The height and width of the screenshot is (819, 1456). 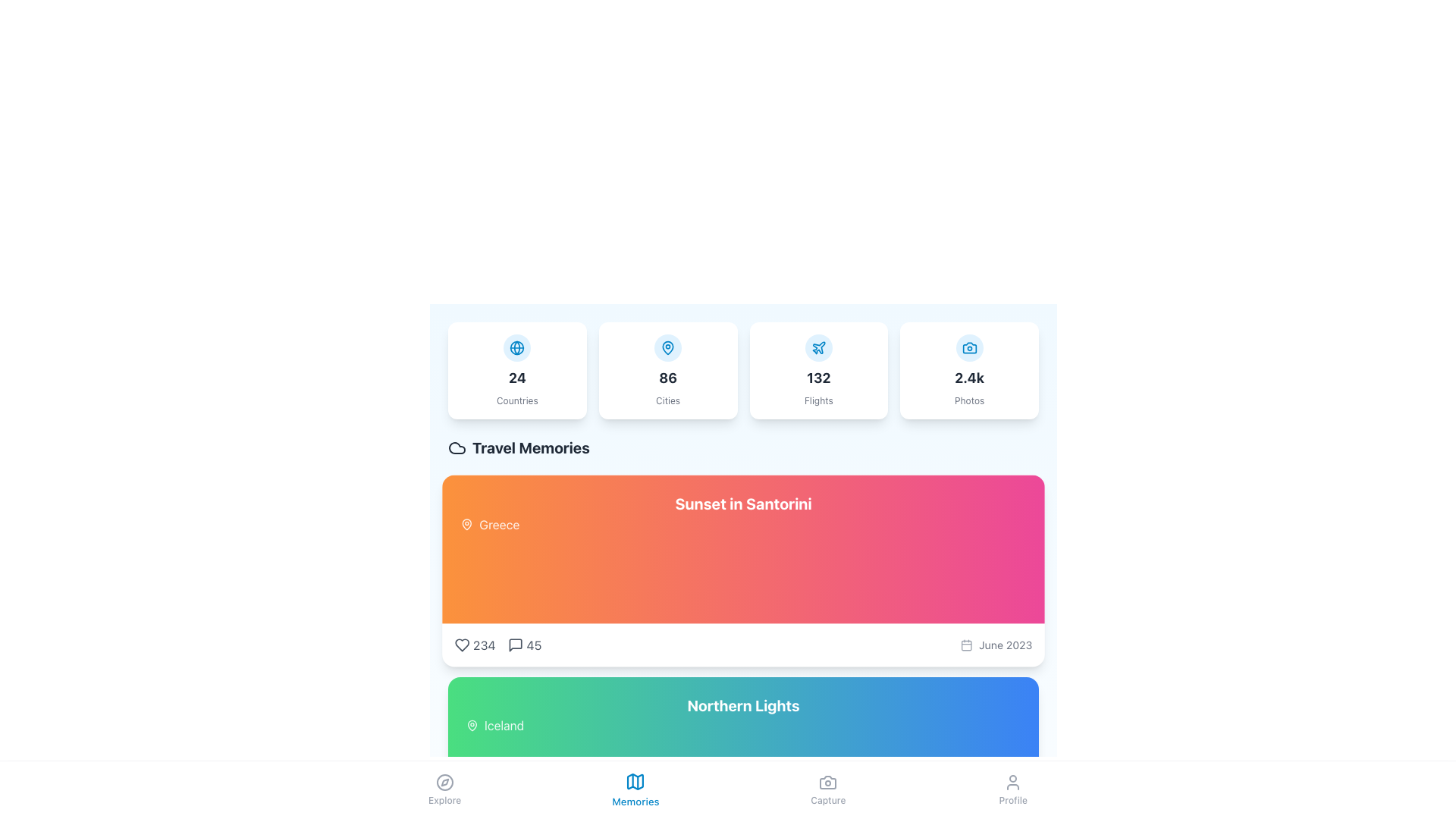 I want to click on the comment icon in the summary for 'Sunset in Santorini', located in the lower control bar next to the comment count, so click(x=516, y=645).